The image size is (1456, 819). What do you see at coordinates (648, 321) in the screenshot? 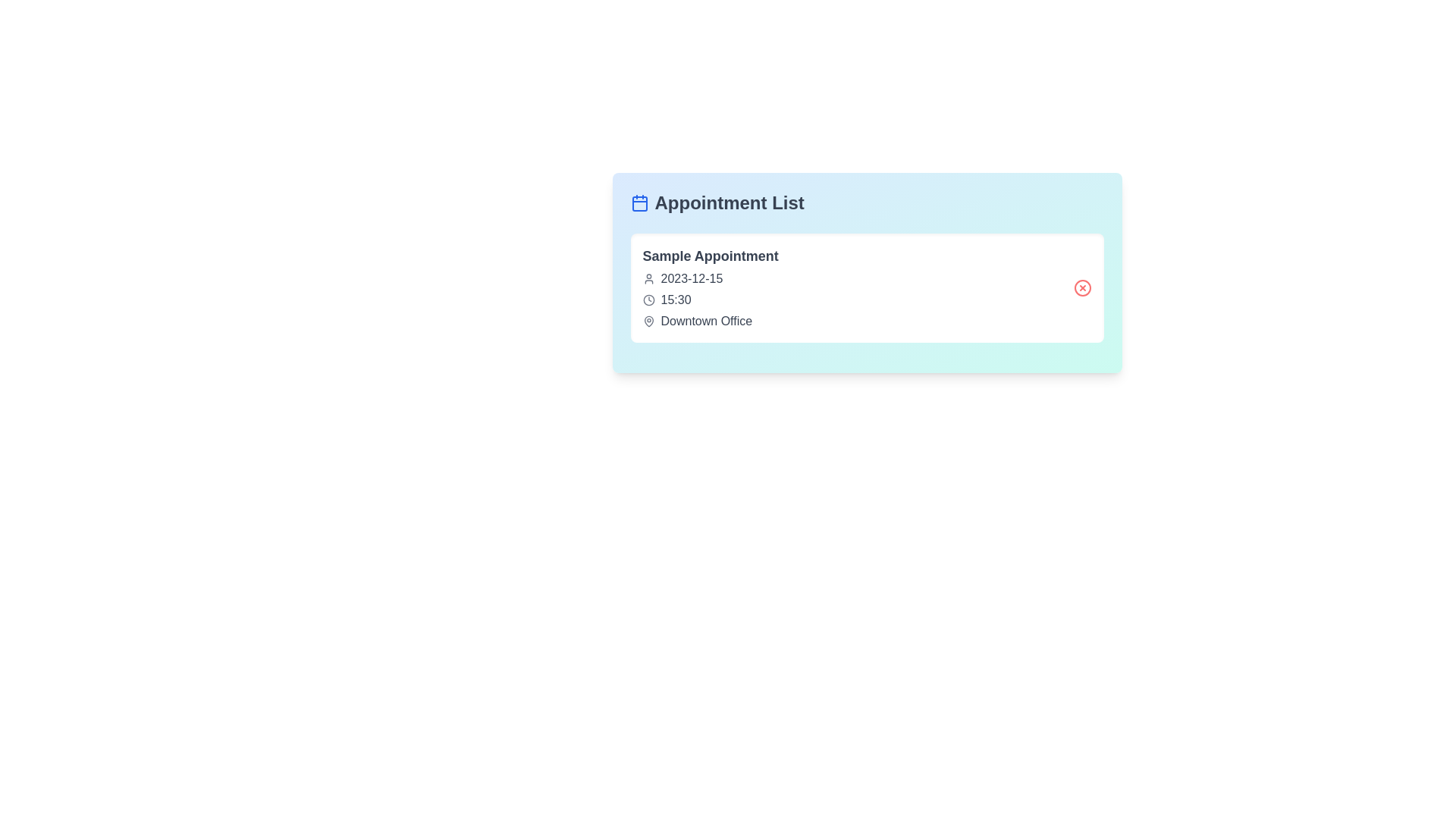
I see `the map pin icon located in the third row of the appointment details card, positioned immediately to the left of the text 'Downtown Office'` at bounding box center [648, 321].